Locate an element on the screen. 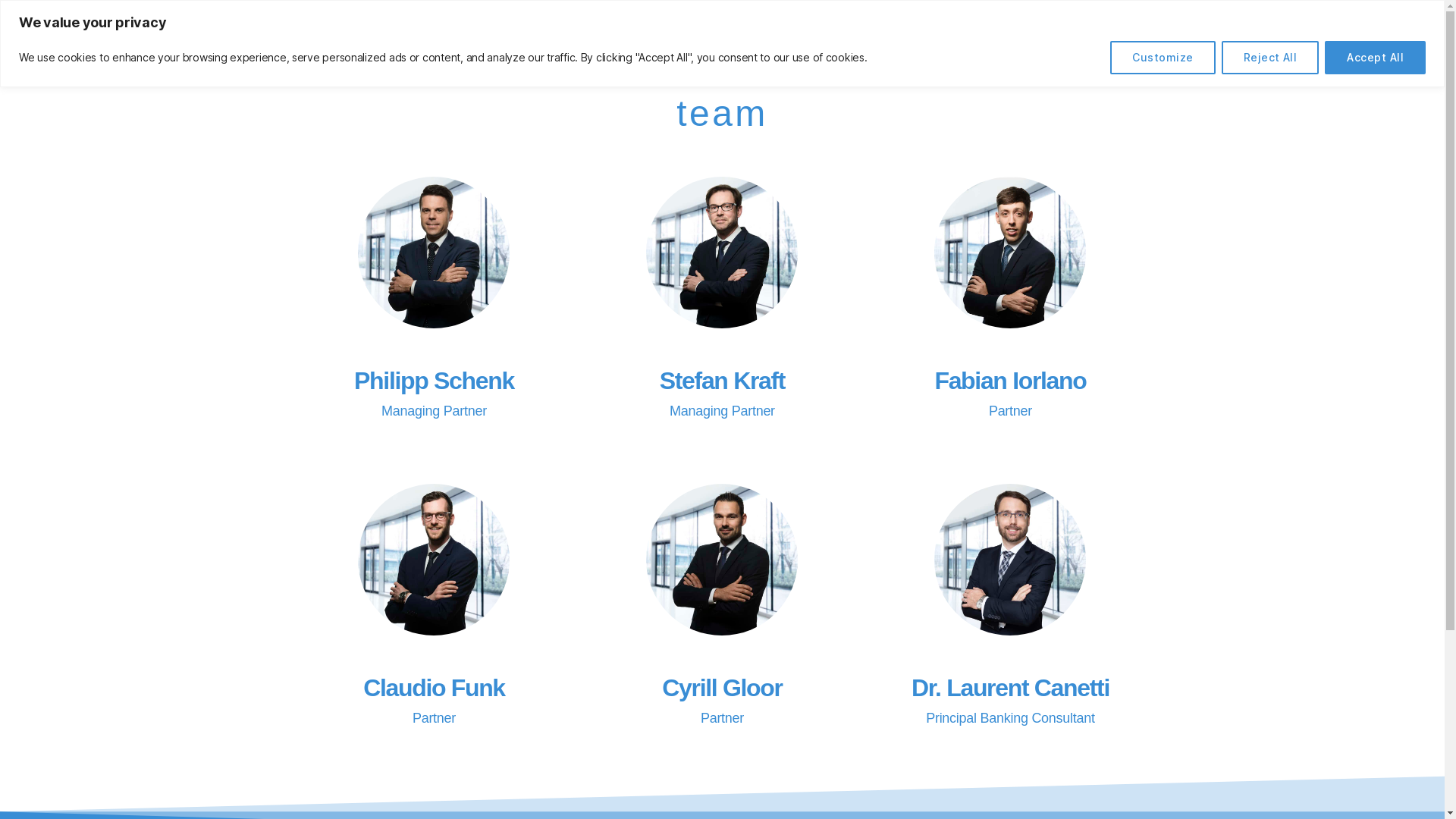  'Deutsch' is located at coordinates (1387, 36).